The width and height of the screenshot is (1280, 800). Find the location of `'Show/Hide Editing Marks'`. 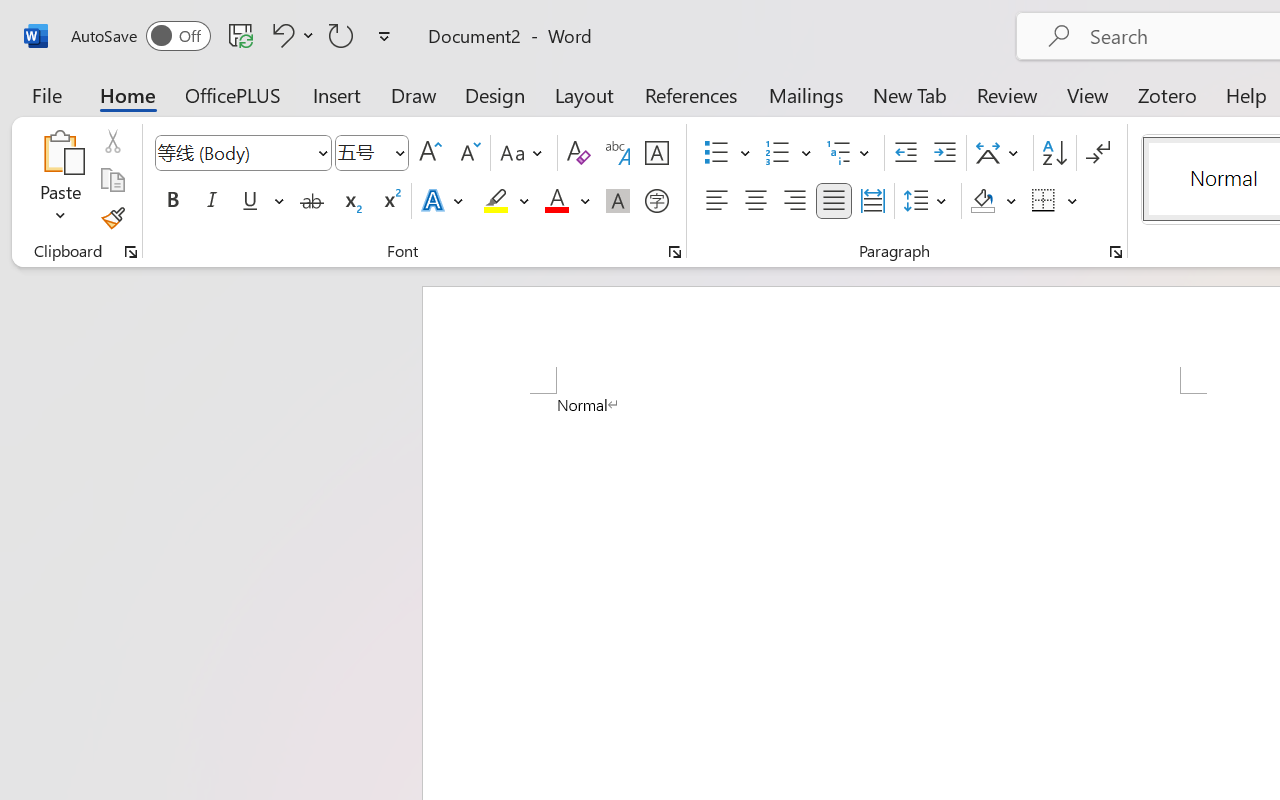

'Show/Hide Editing Marks' is located at coordinates (1097, 153).